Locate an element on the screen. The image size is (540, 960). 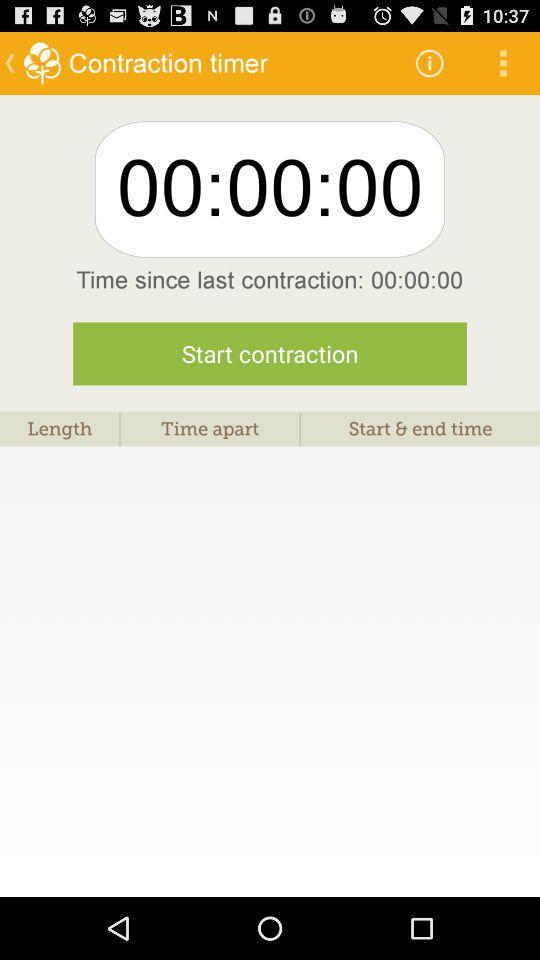
the start contraction item is located at coordinates (270, 353).